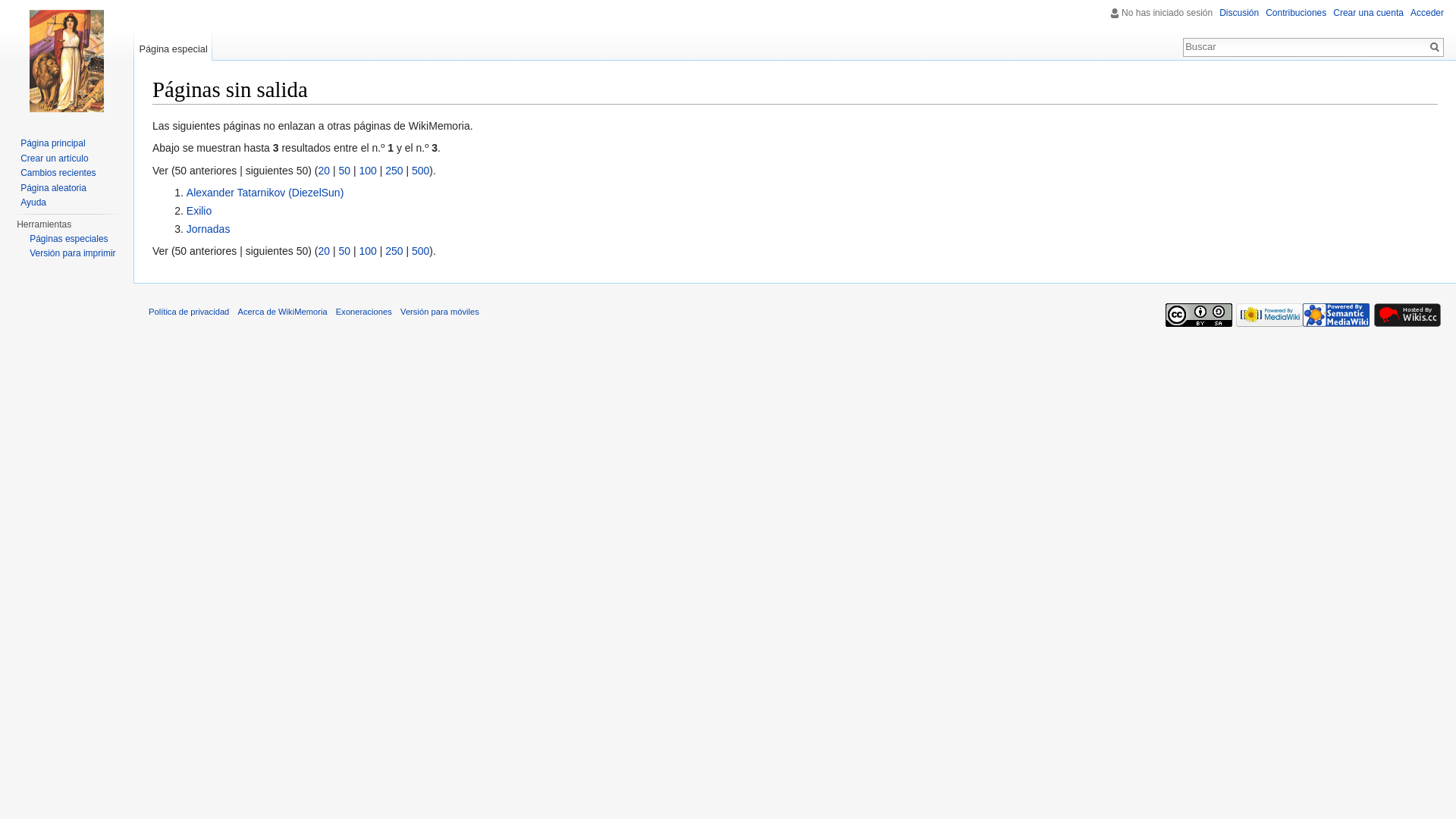  Describe the element at coordinates (207, 228) in the screenshot. I see `'Jornadas'` at that location.